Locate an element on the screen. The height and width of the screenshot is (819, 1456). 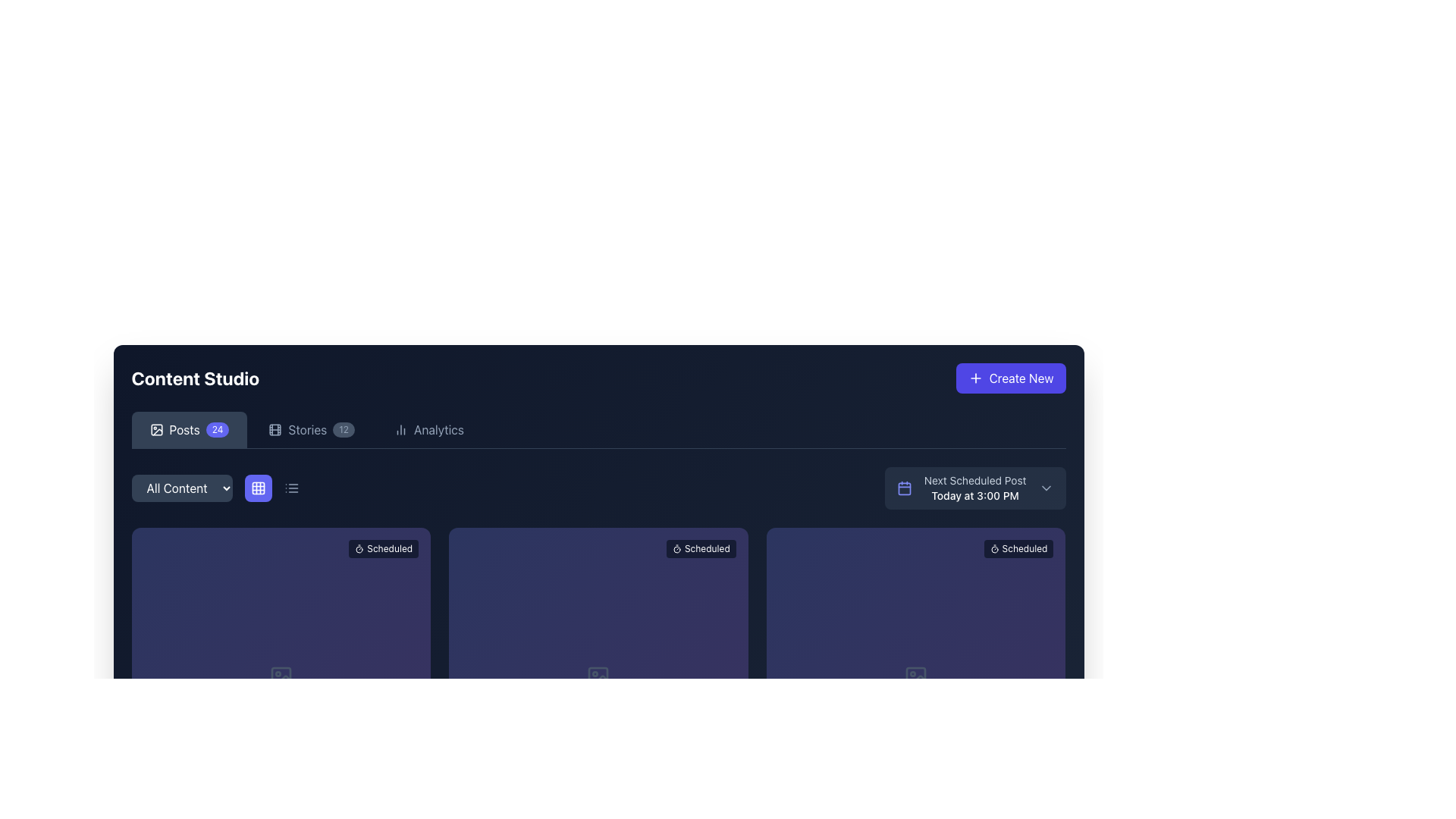
the Badge or Counter displaying the numeric value '12' located in the 'Stories' section, immediately to the right of the text 'Stories' is located at coordinates (343, 430).